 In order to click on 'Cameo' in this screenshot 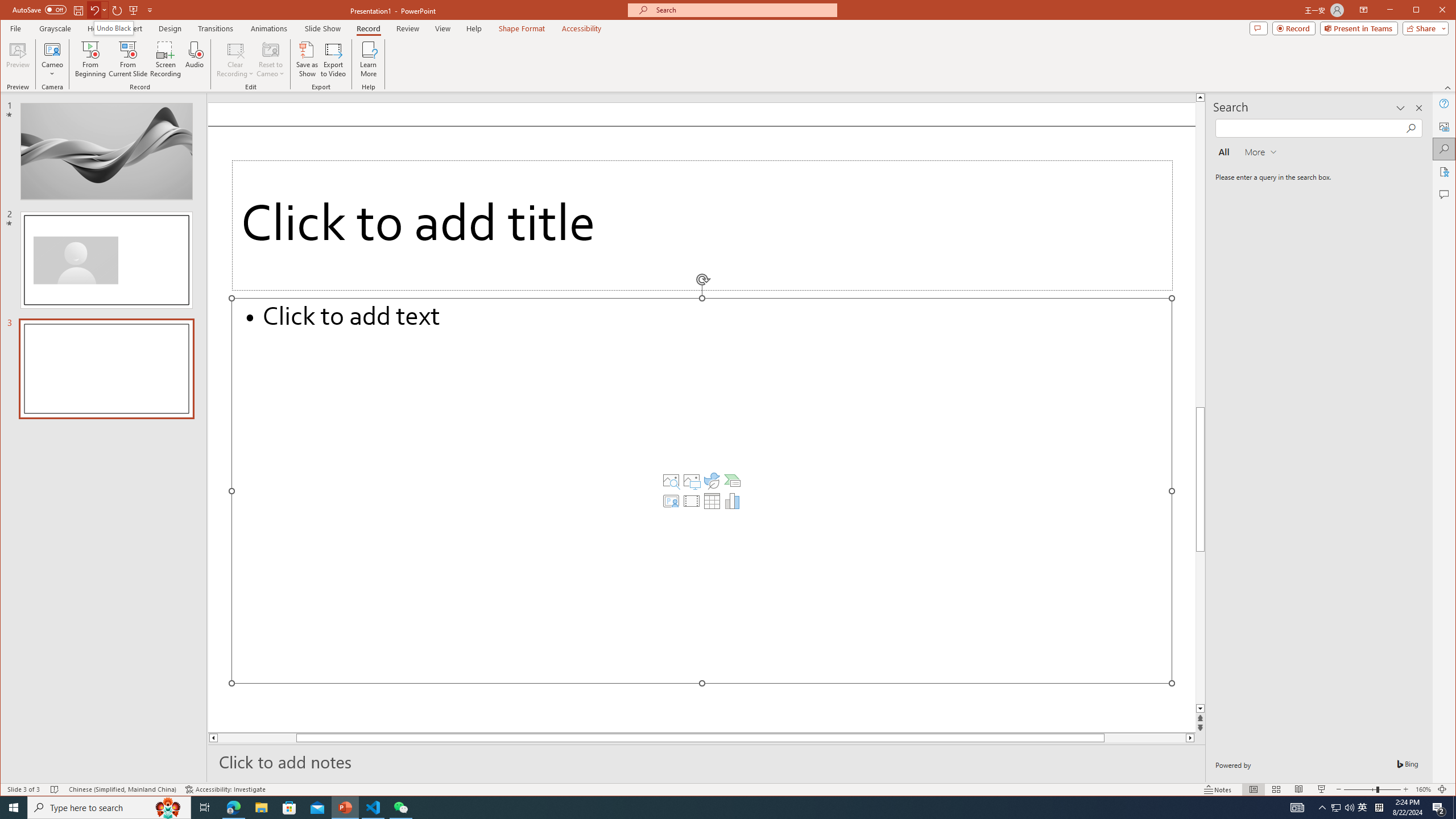, I will do `click(53, 59)`.